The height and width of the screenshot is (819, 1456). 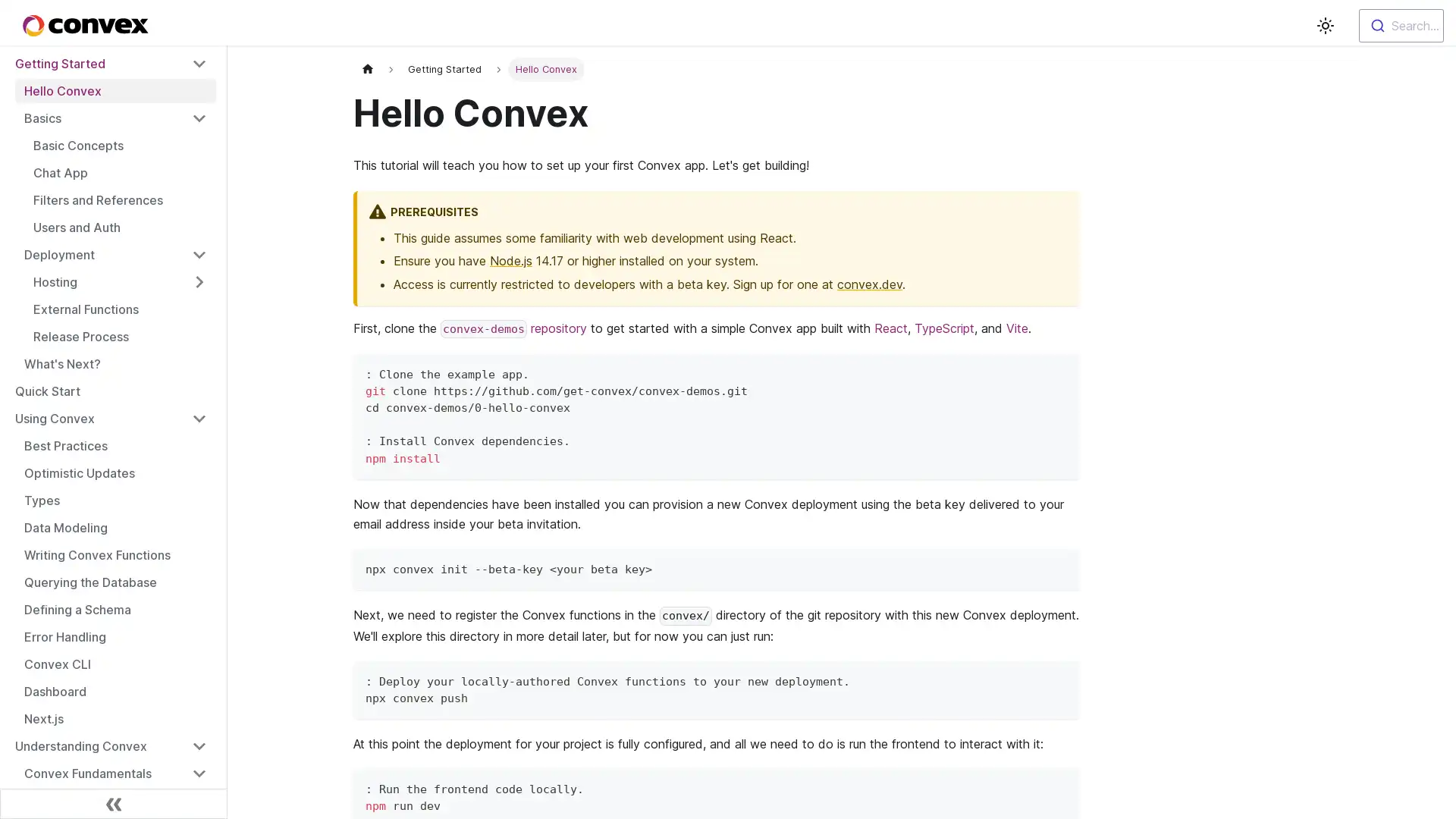 I want to click on Toggle the collapsible sidebar category 'Getting Started', so click(x=199, y=63).